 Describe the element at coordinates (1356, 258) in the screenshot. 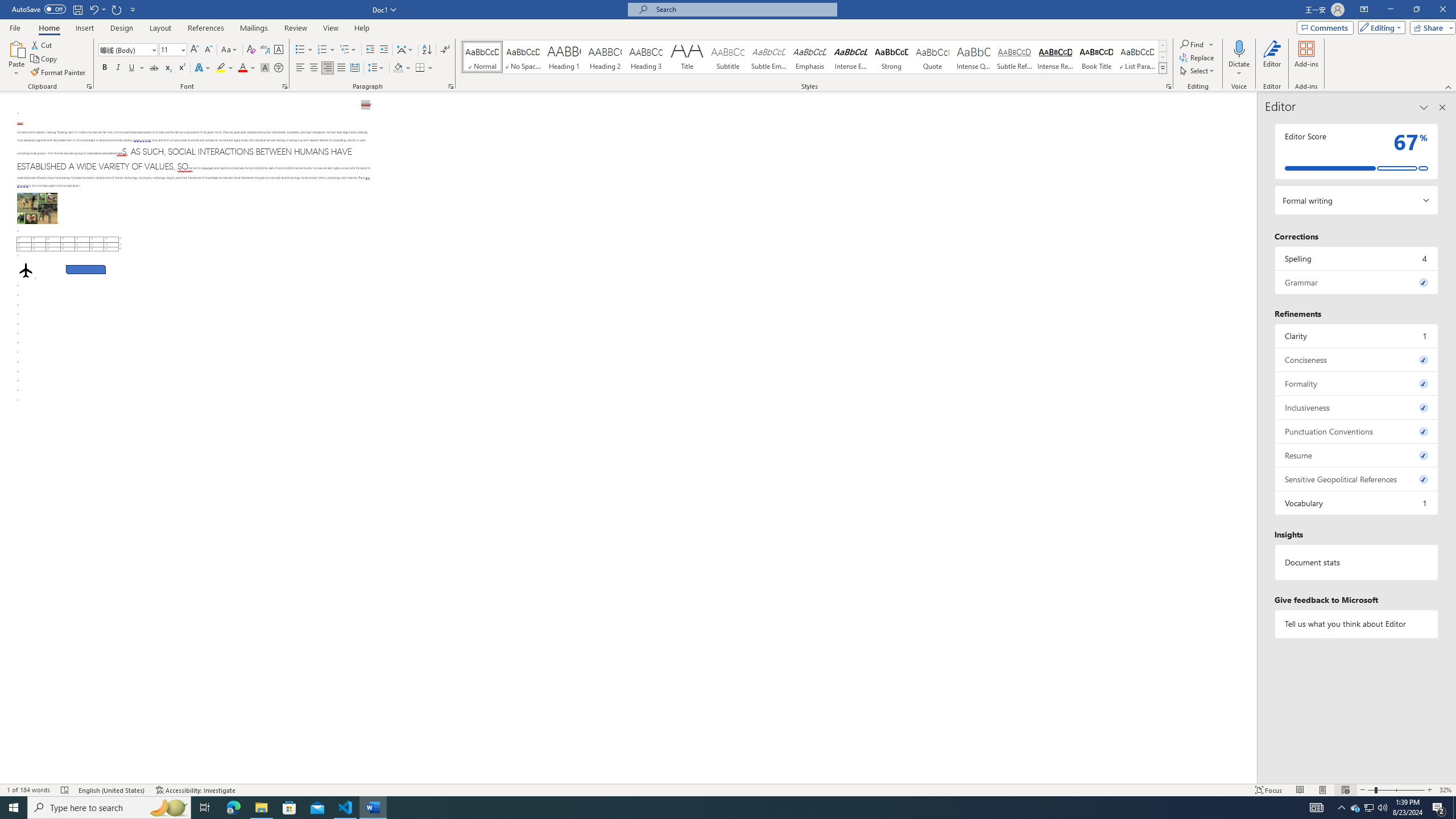

I see `'Spelling, 4 issues. Press space or enter to review items.'` at that location.